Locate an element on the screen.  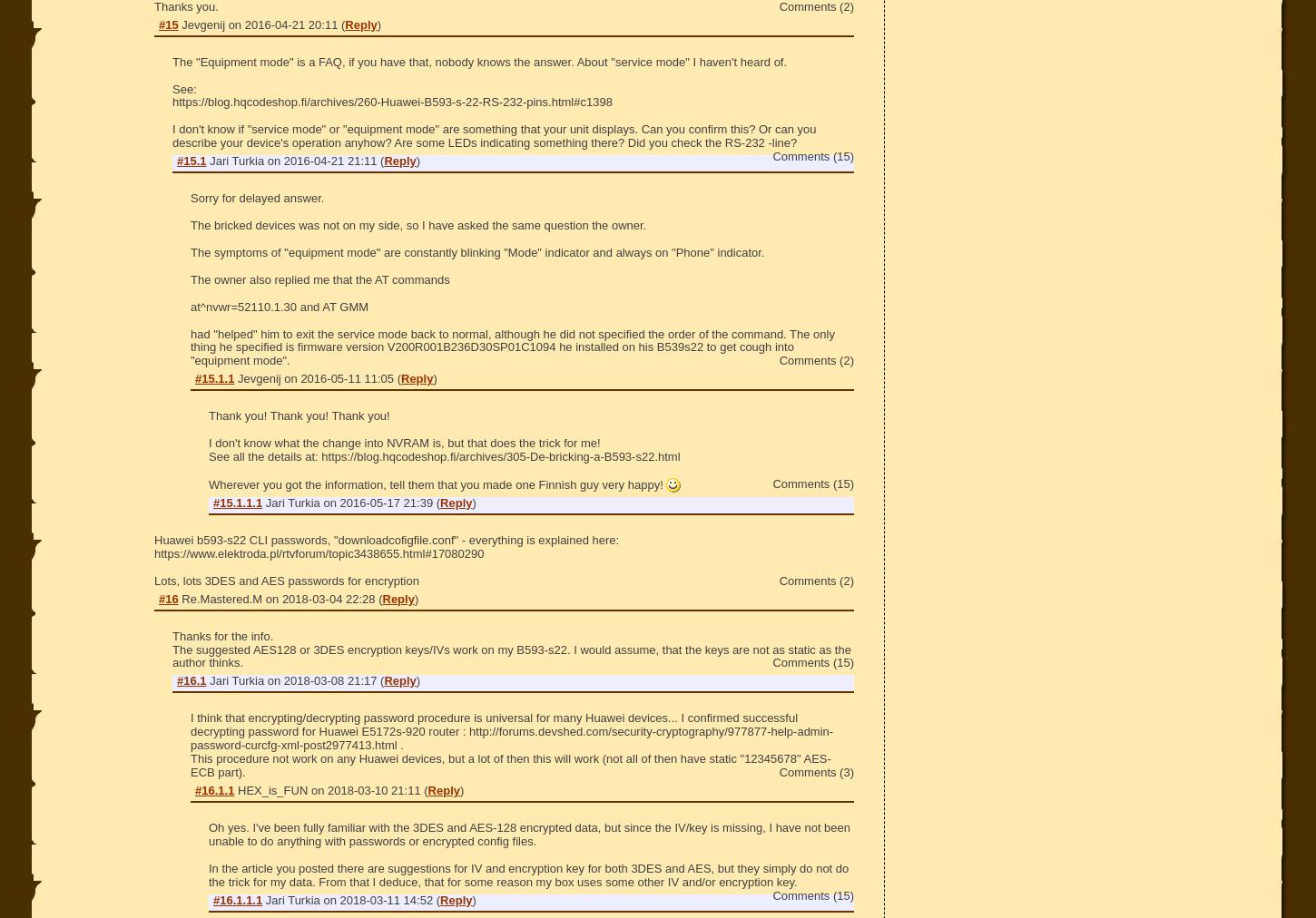
'Lots, lots 3DES and AES passwords for encryption' is located at coordinates (286, 580).